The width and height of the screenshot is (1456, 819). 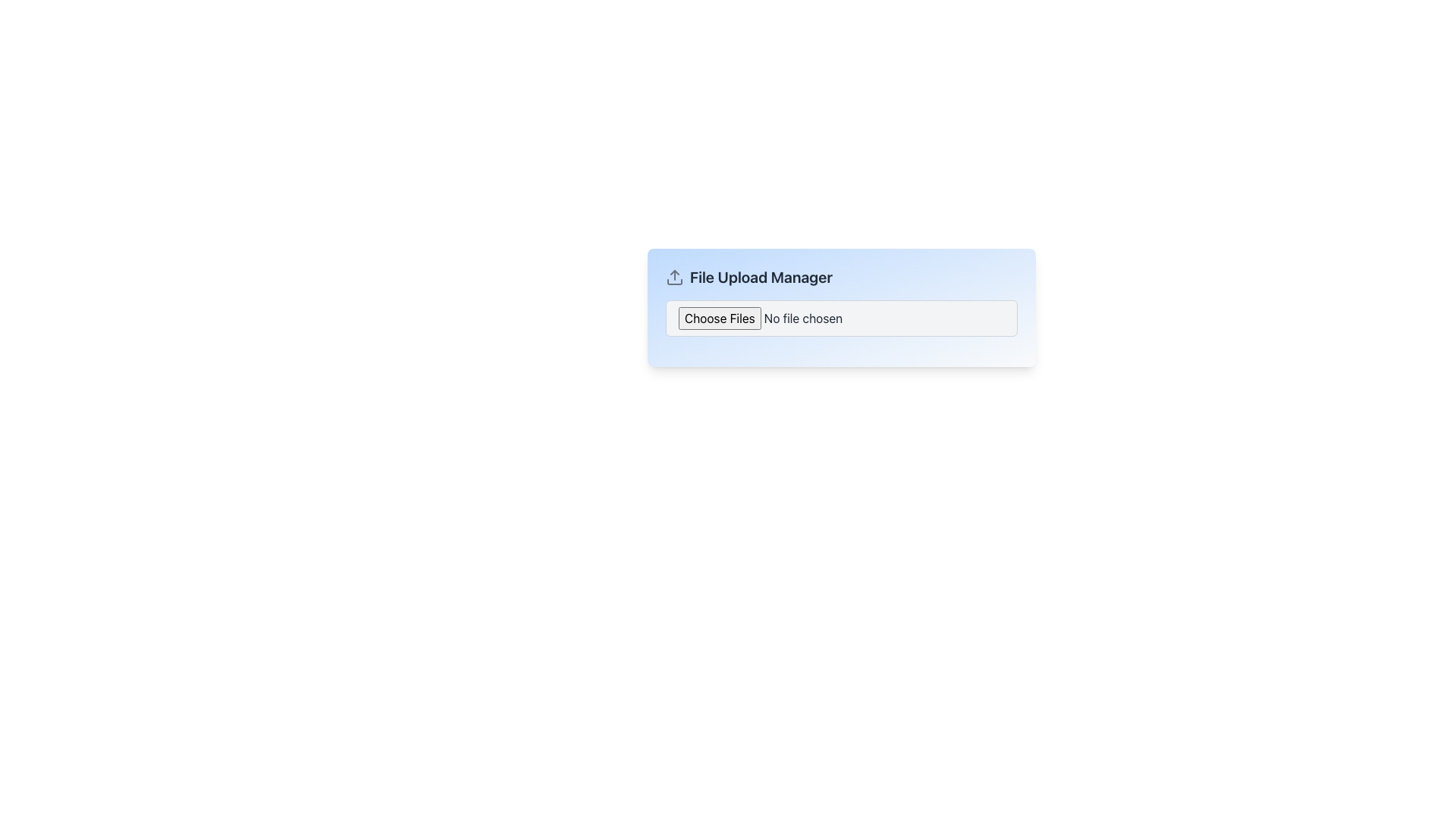 I want to click on the upload icon located on the left side of the 'File Upload Manager' text, so click(x=673, y=278).